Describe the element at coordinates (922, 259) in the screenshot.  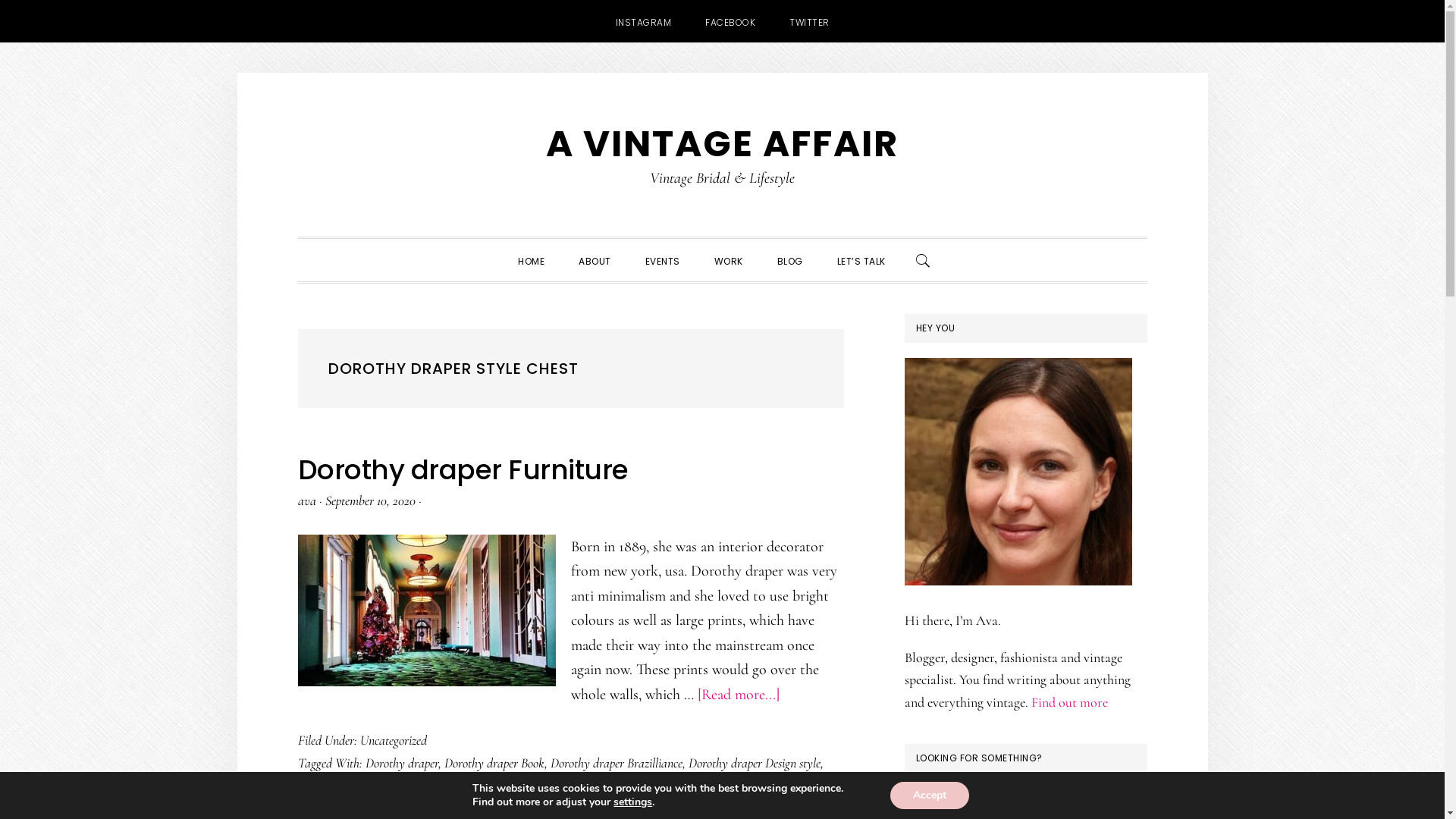
I see `'SHOW SEARCH'` at that location.